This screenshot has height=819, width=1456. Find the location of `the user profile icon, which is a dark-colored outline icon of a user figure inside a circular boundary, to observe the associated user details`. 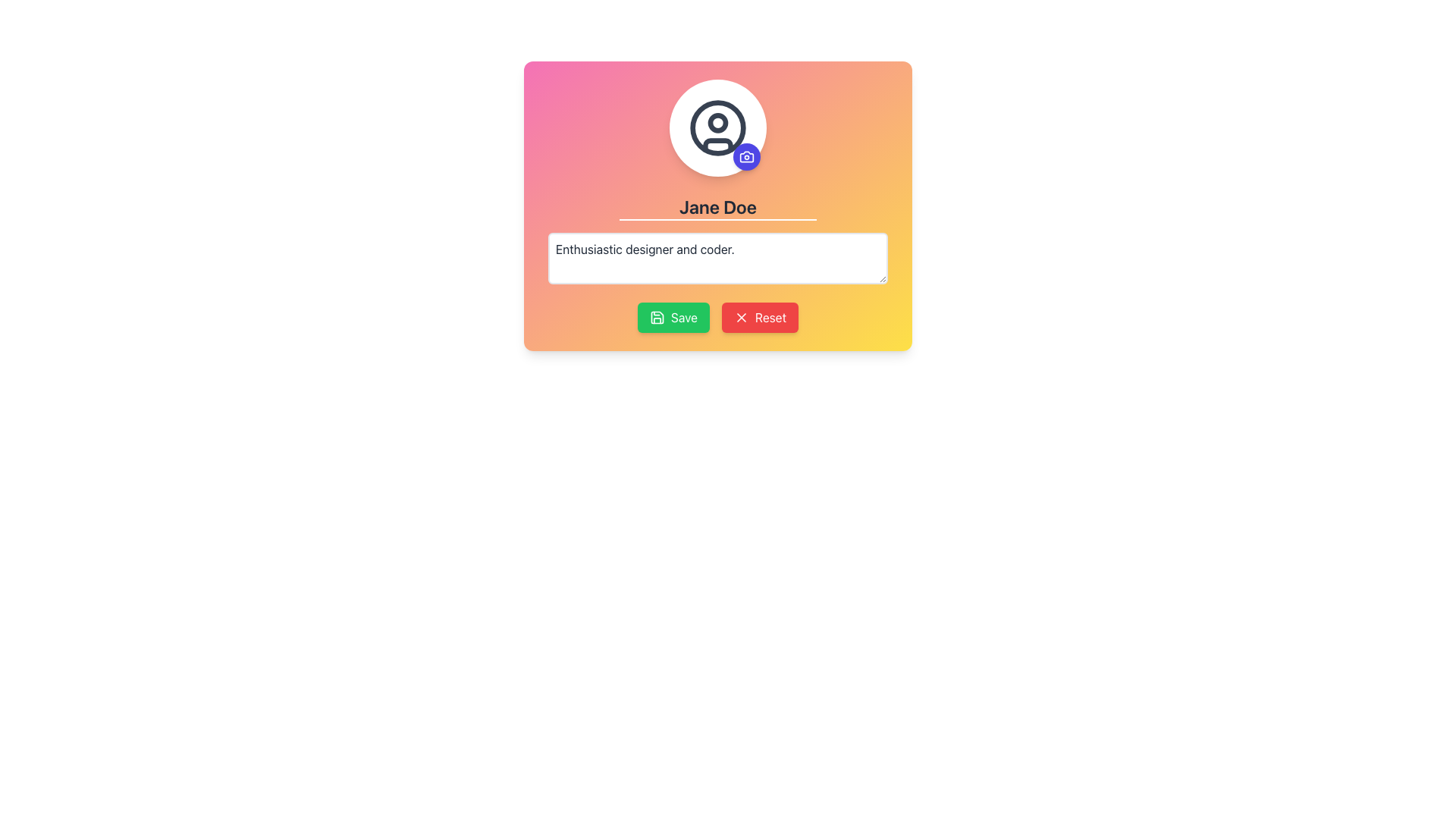

the user profile icon, which is a dark-colored outline icon of a user figure inside a circular boundary, to observe the associated user details is located at coordinates (717, 127).